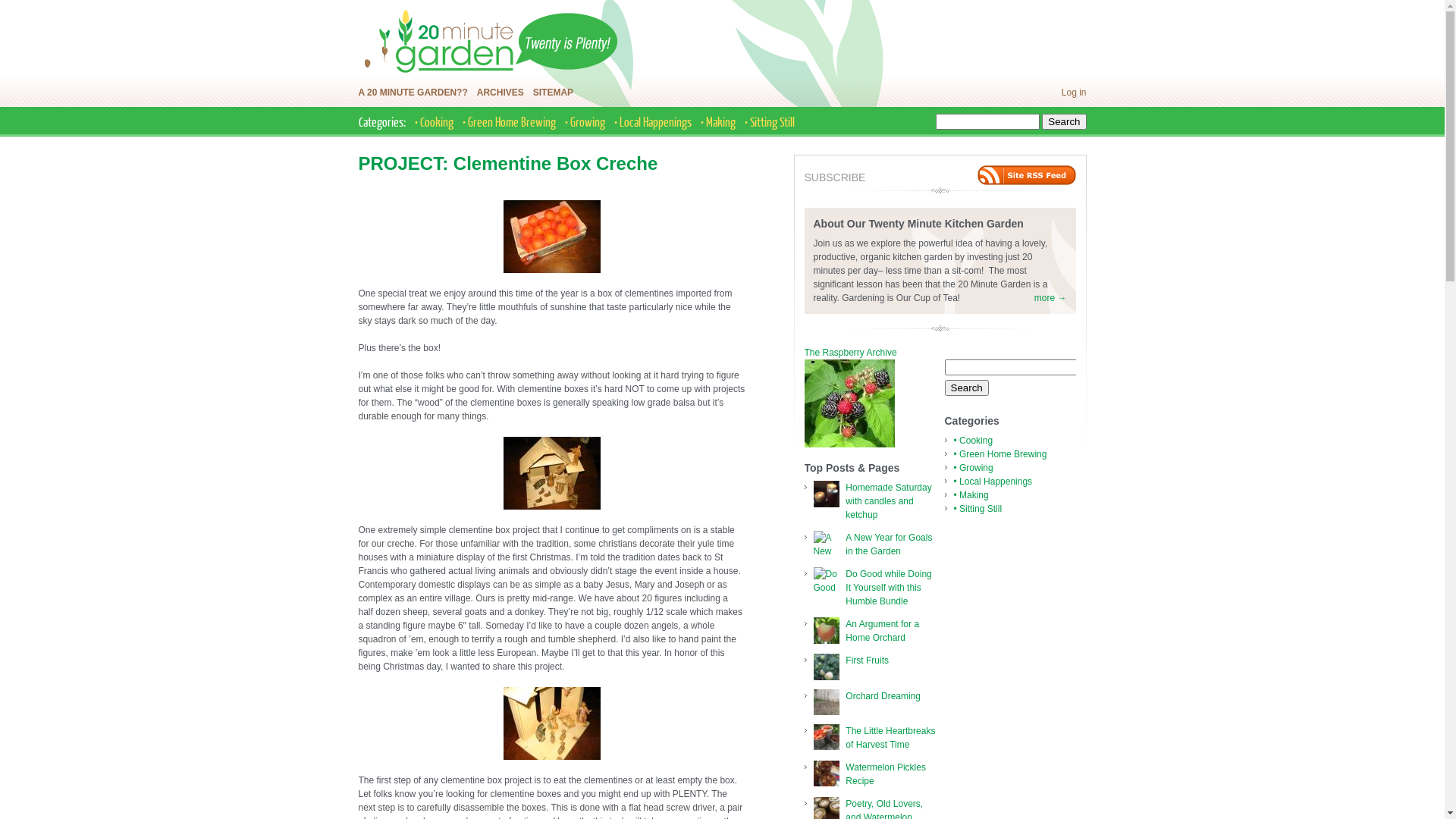 This screenshot has width=1456, height=819. What do you see at coordinates (1026, 174) in the screenshot?
I see `'RSS 2.0 feed for posts'` at bounding box center [1026, 174].